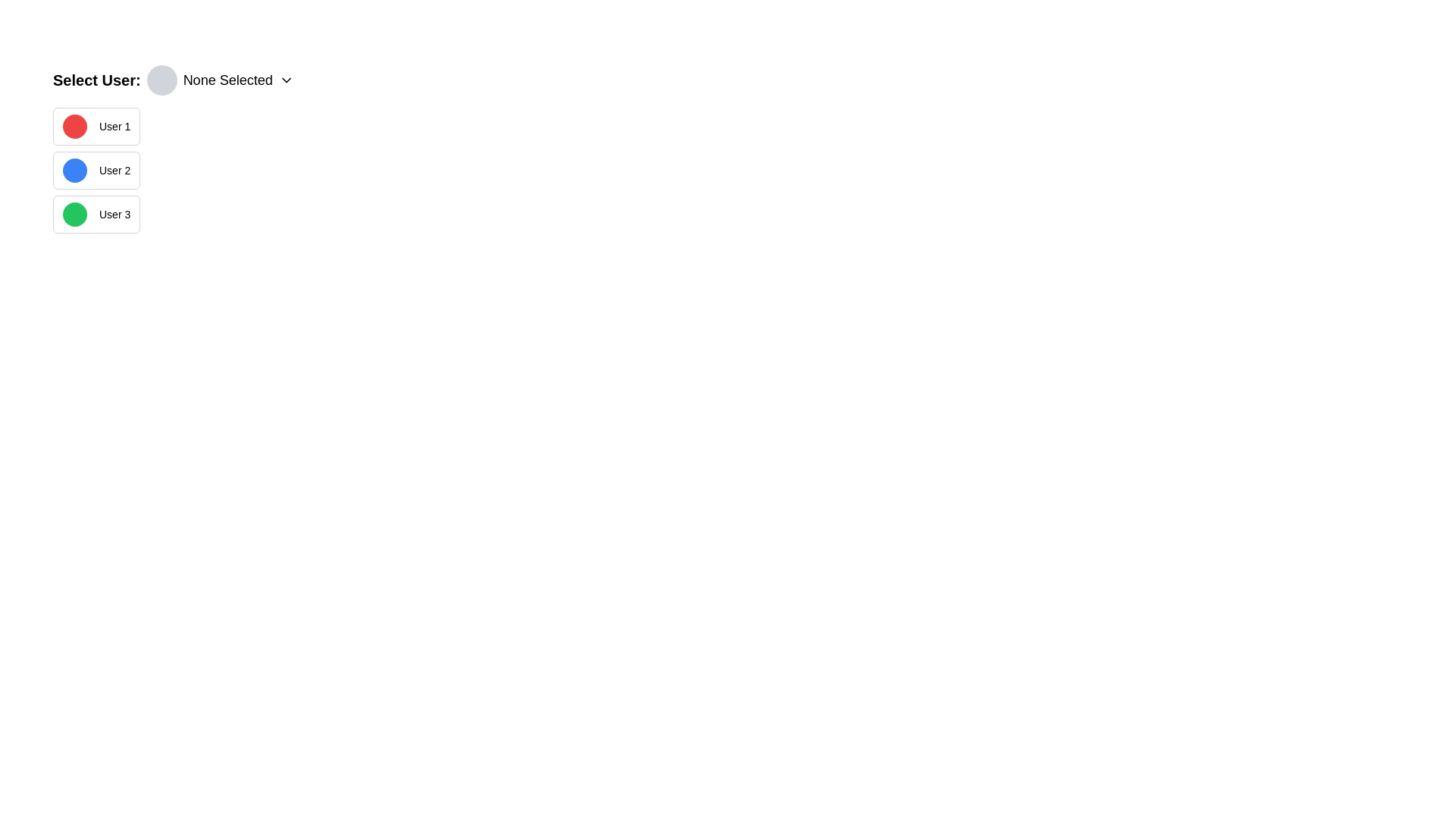  What do you see at coordinates (95, 125) in the screenshot?
I see `the button labeled 'User 1' which has a red circular icon to the left` at bounding box center [95, 125].